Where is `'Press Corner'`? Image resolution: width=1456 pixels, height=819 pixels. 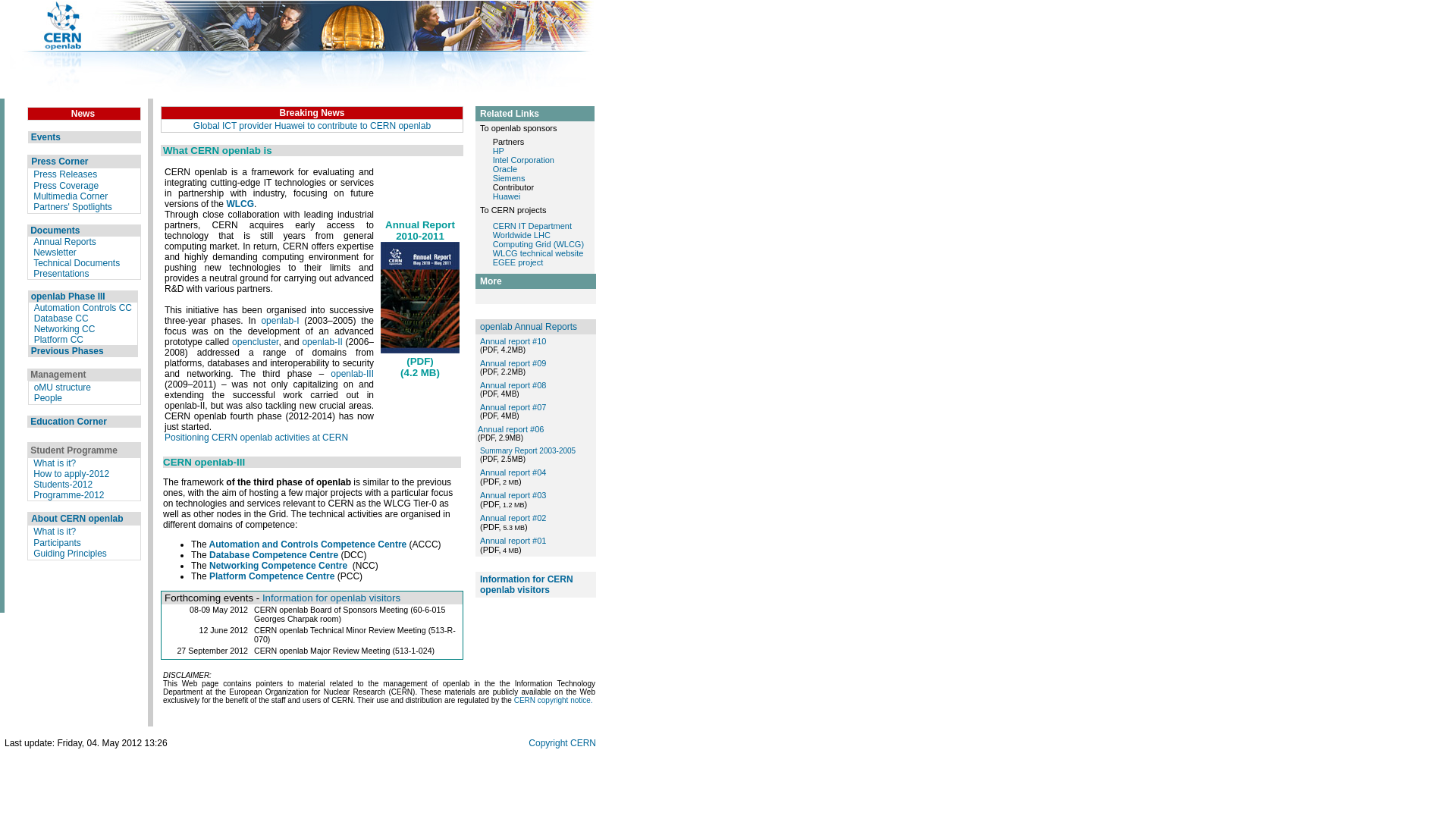 'Press Corner' is located at coordinates (59, 161).